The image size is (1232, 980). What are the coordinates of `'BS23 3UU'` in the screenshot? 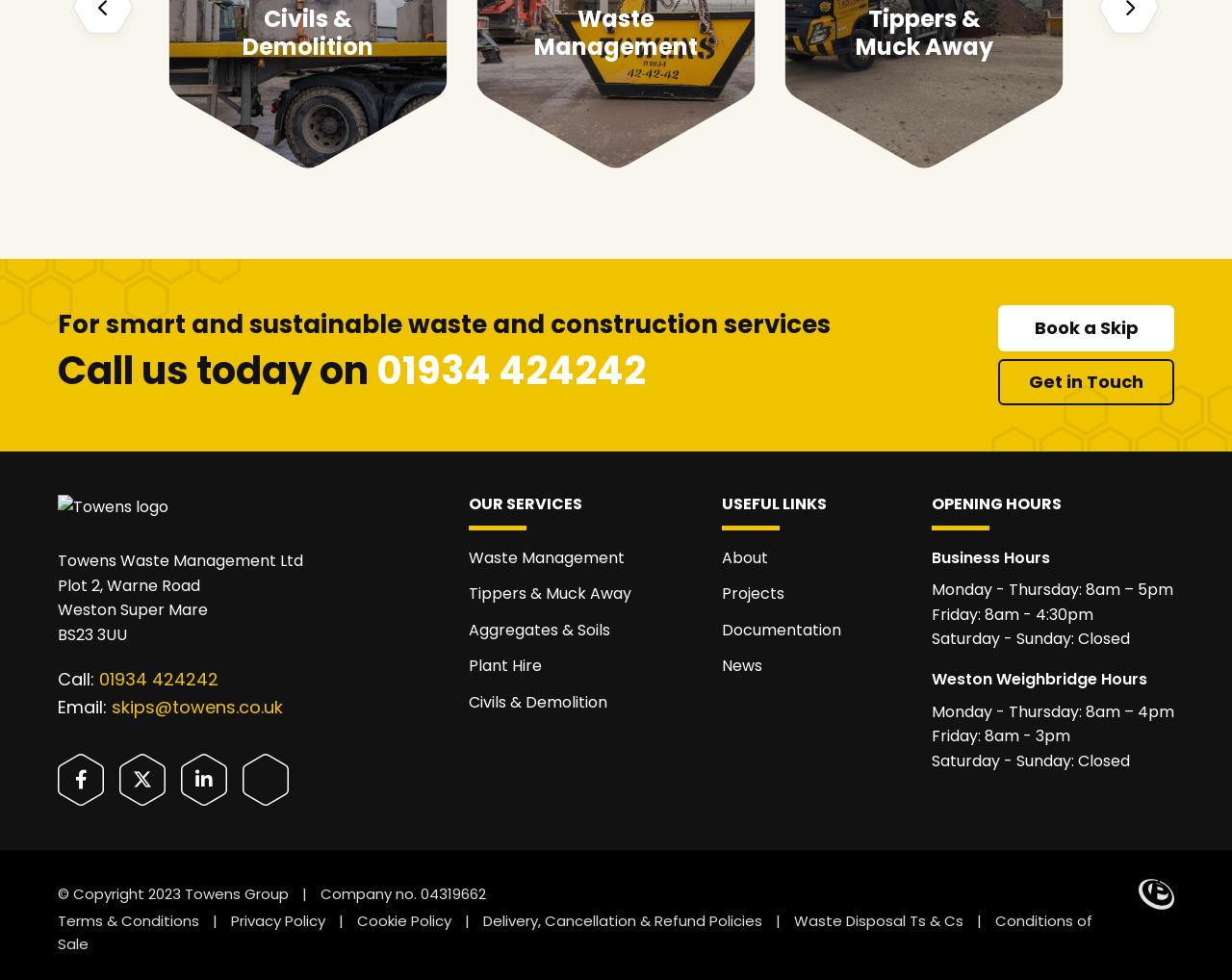 It's located at (58, 632).